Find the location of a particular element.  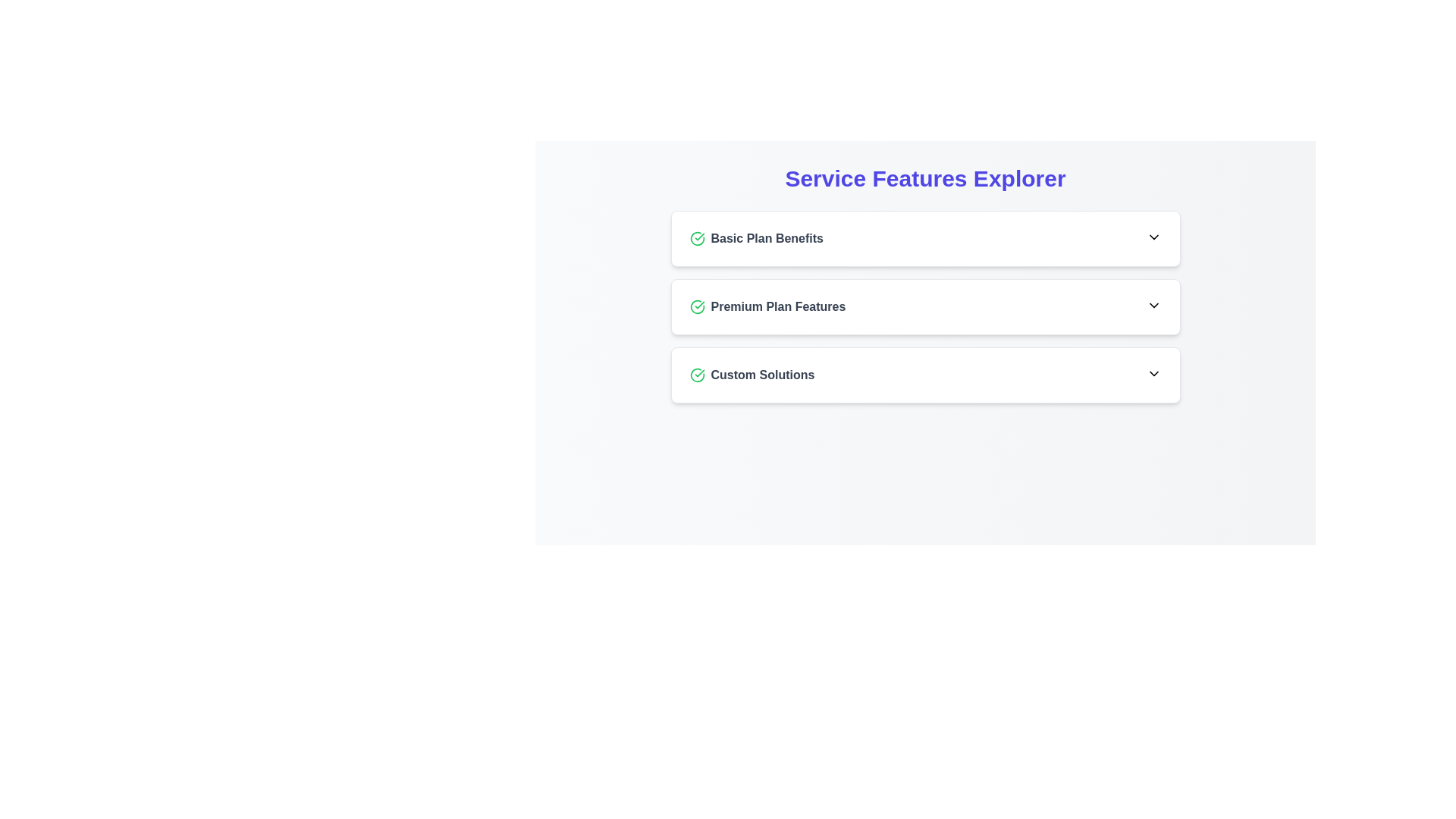

the toggle indicator icon at the rightmost end of the 'Custom Solutions' row in the 'Service Features Explorer' section is located at coordinates (1153, 374).